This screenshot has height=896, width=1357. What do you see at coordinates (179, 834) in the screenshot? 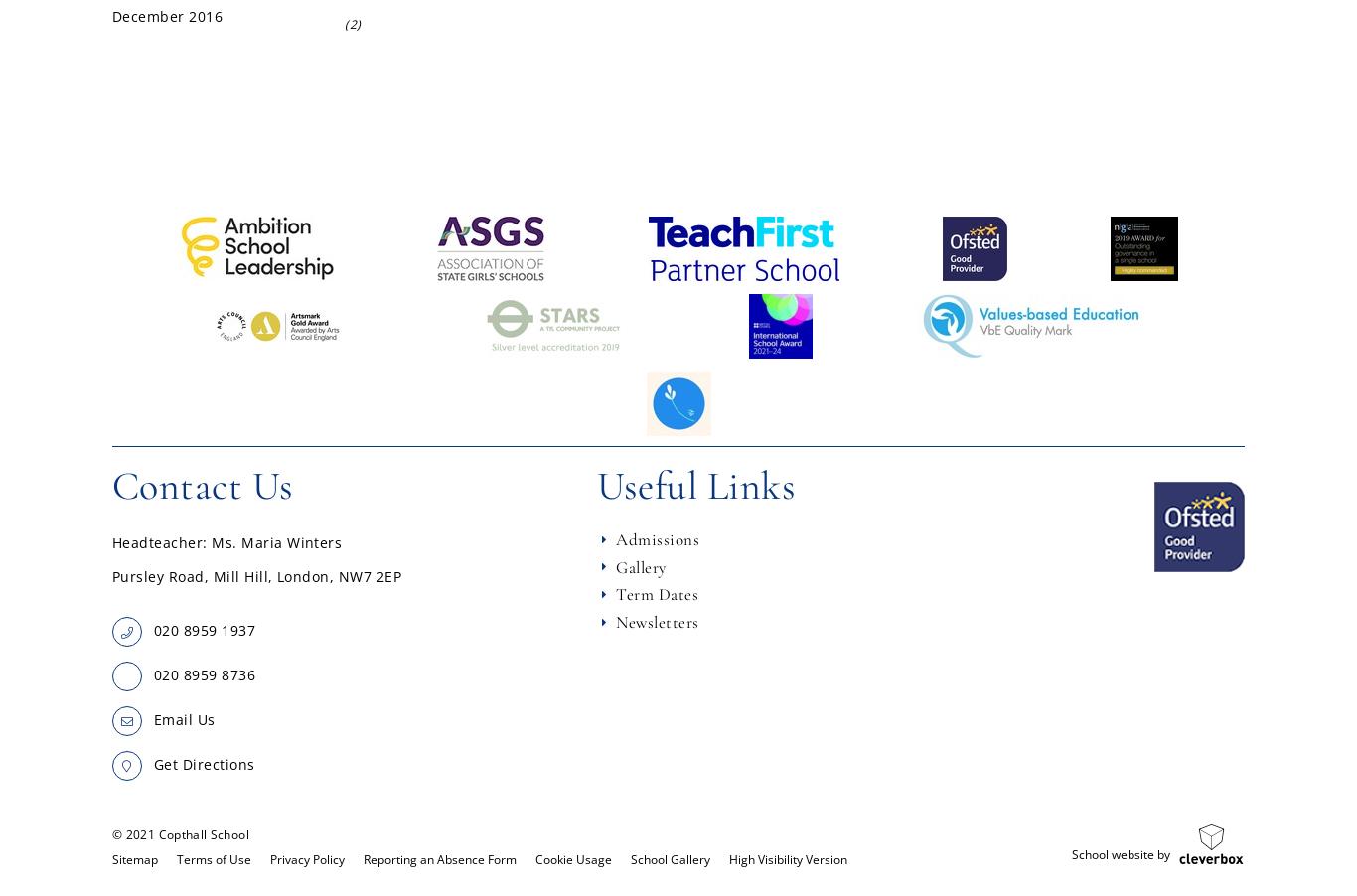
I see `'© 2021 Copthall School'` at bounding box center [179, 834].